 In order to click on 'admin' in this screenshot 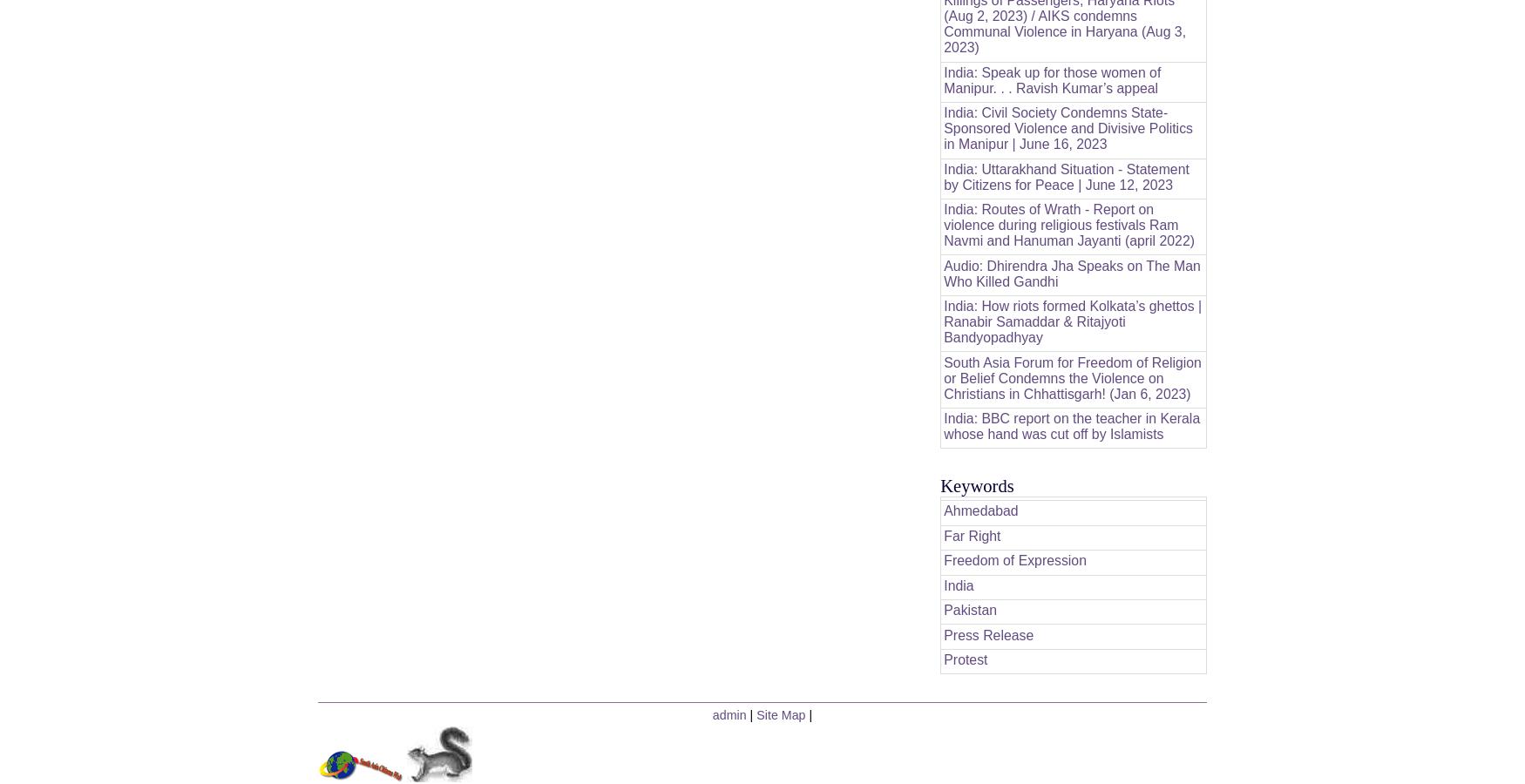, I will do `click(729, 713)`.